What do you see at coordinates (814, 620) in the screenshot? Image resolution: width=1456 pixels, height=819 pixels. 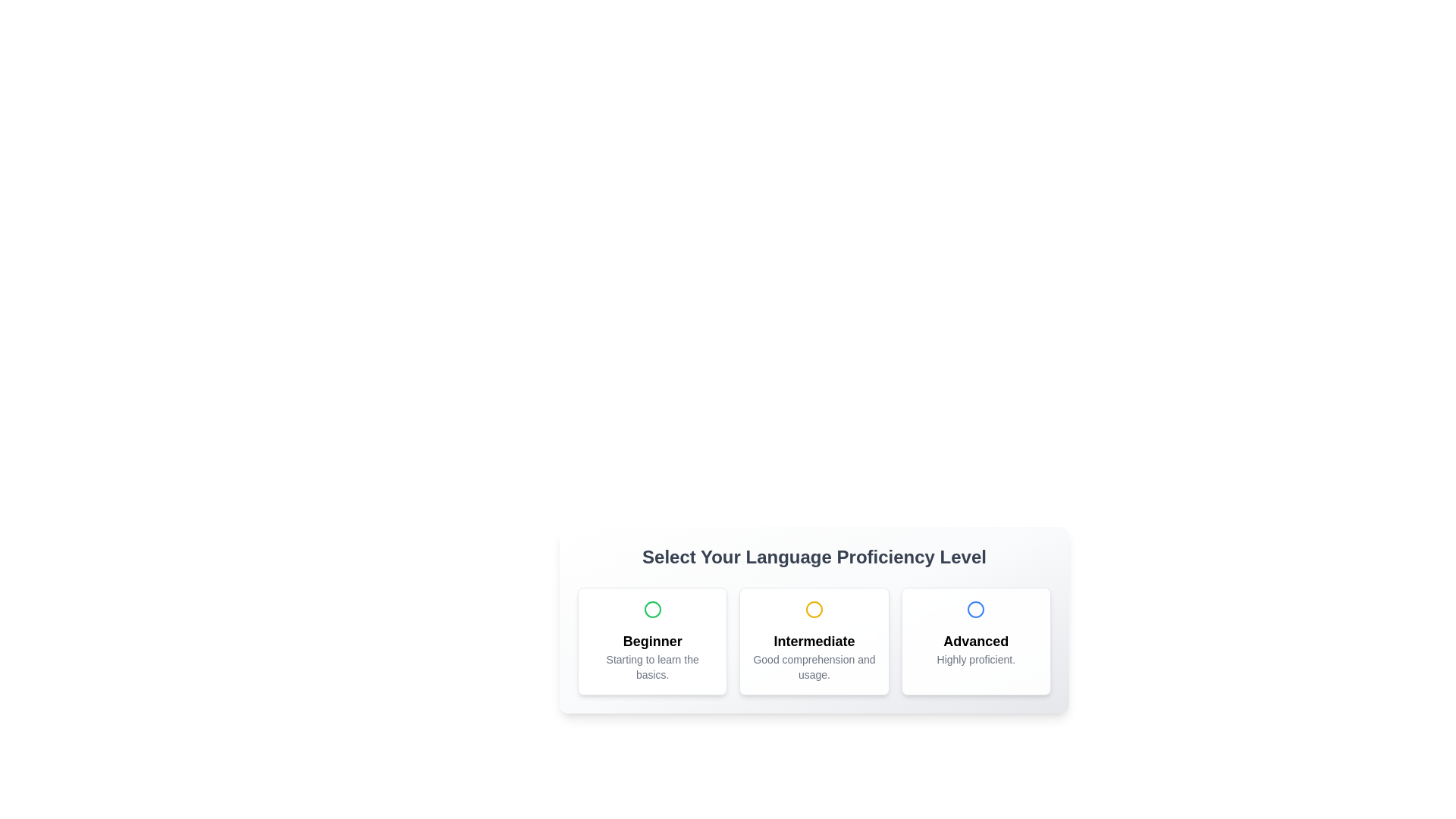 I see `the 'Intermediate' language proficiency selection card, which features a yellow circular icon at the top and is styled with a white background and rounded corners, to confirm the selection` at bounding box center [814, 620].